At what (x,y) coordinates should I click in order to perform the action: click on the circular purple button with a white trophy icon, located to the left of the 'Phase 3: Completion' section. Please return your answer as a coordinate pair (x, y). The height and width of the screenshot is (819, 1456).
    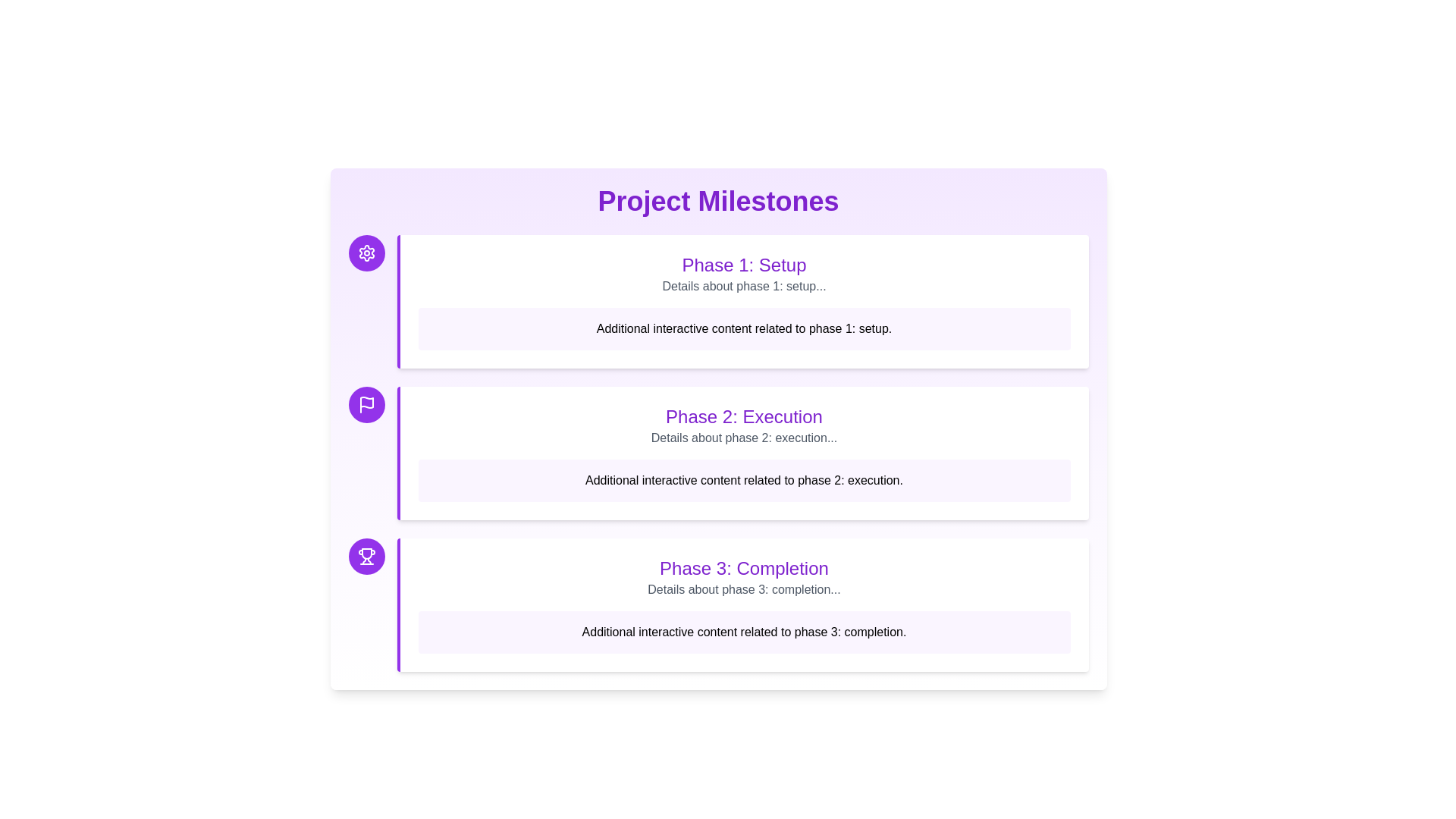
    Looking at the image, I should click on (366, 556).